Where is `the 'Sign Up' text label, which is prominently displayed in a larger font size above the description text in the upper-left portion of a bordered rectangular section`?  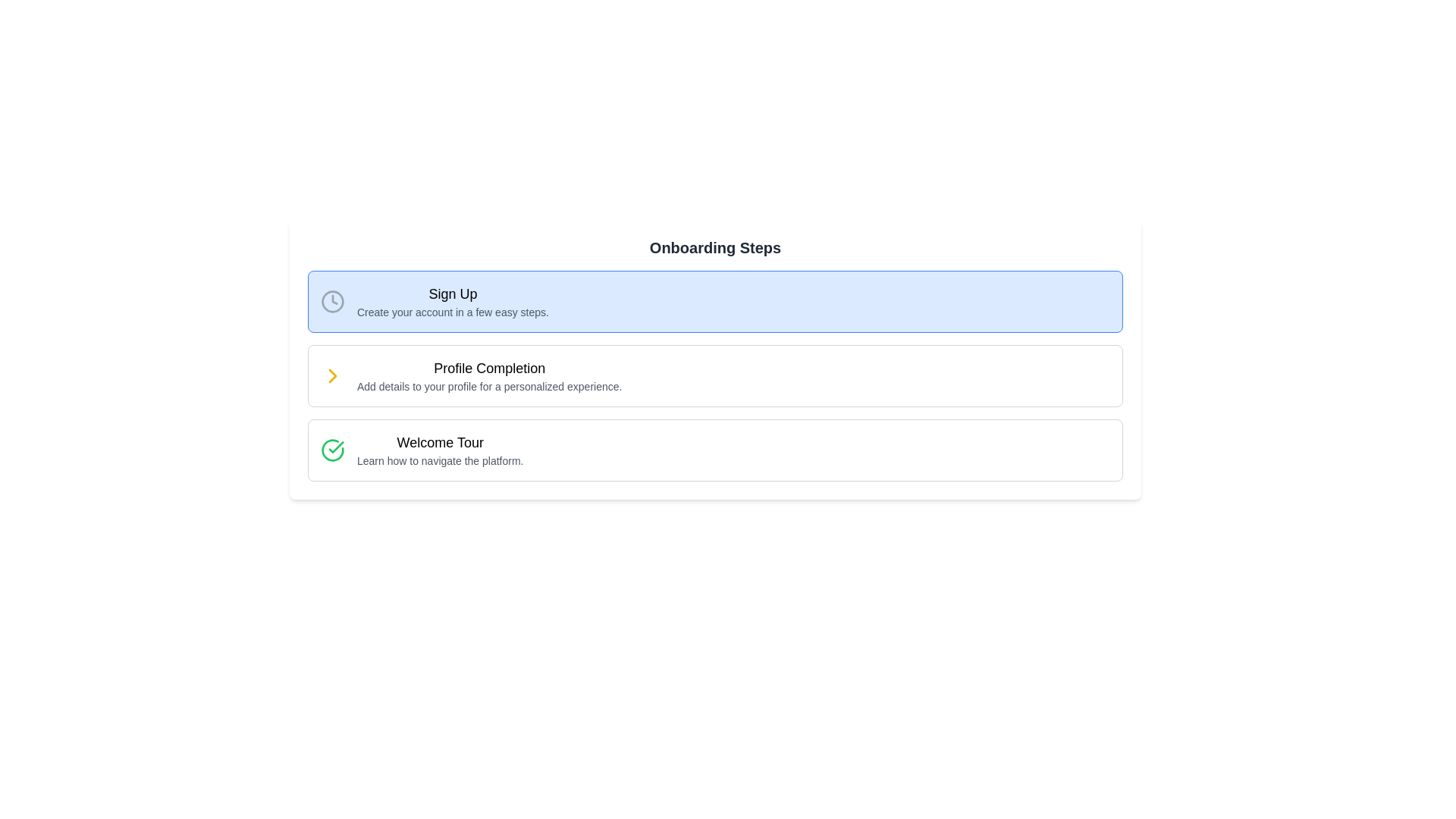 the 'Sign Up' text label, which is prominently displayed in a larger font size above the description text in the upper-left portion of a bordered rectangular section is located at coordinates (452, 294).